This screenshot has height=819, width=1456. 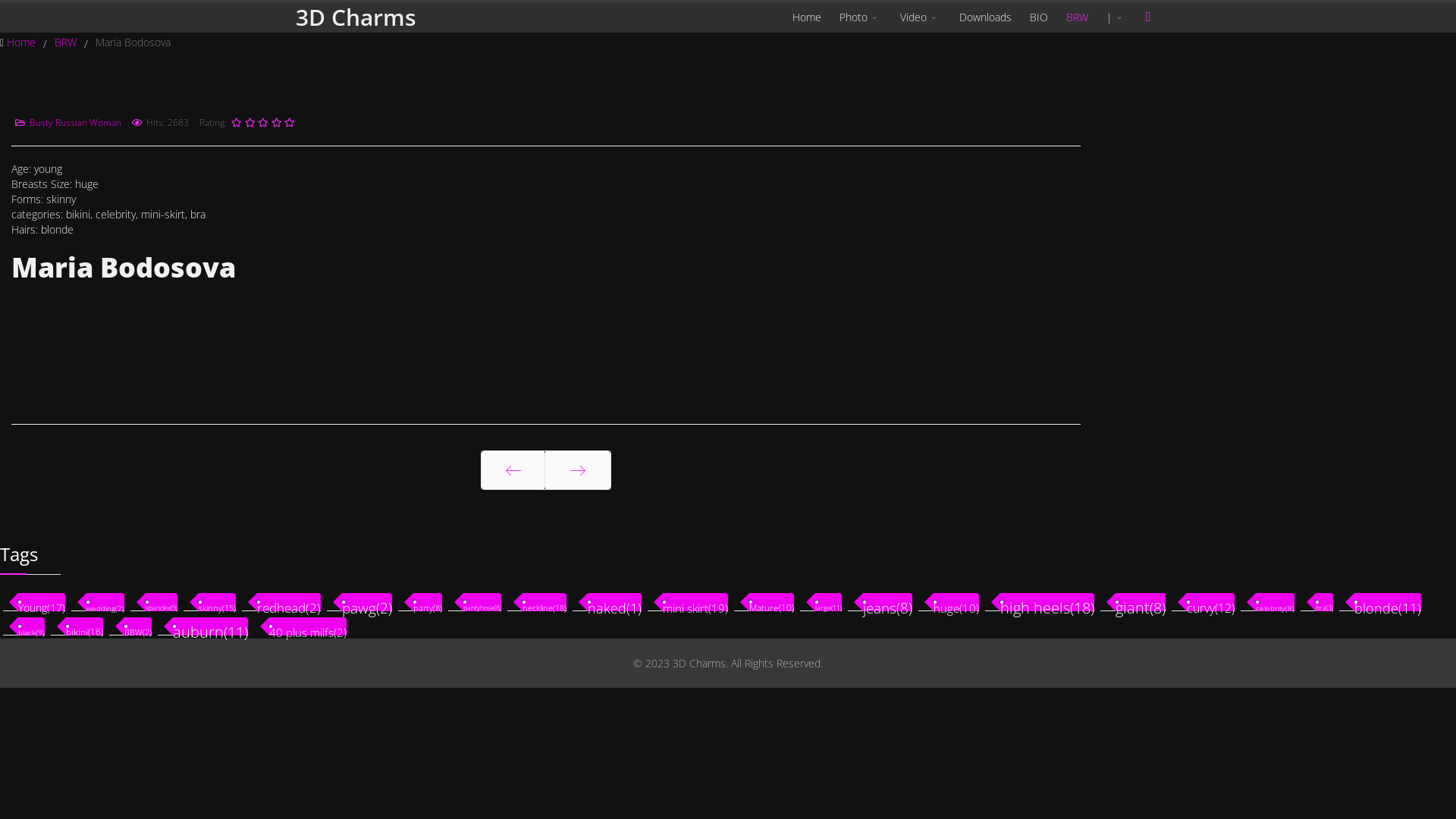 What do you see at coordinates (1140, 601) in the screenshot?
I see `'giant(8)'` at bounding box center [1140, 601].